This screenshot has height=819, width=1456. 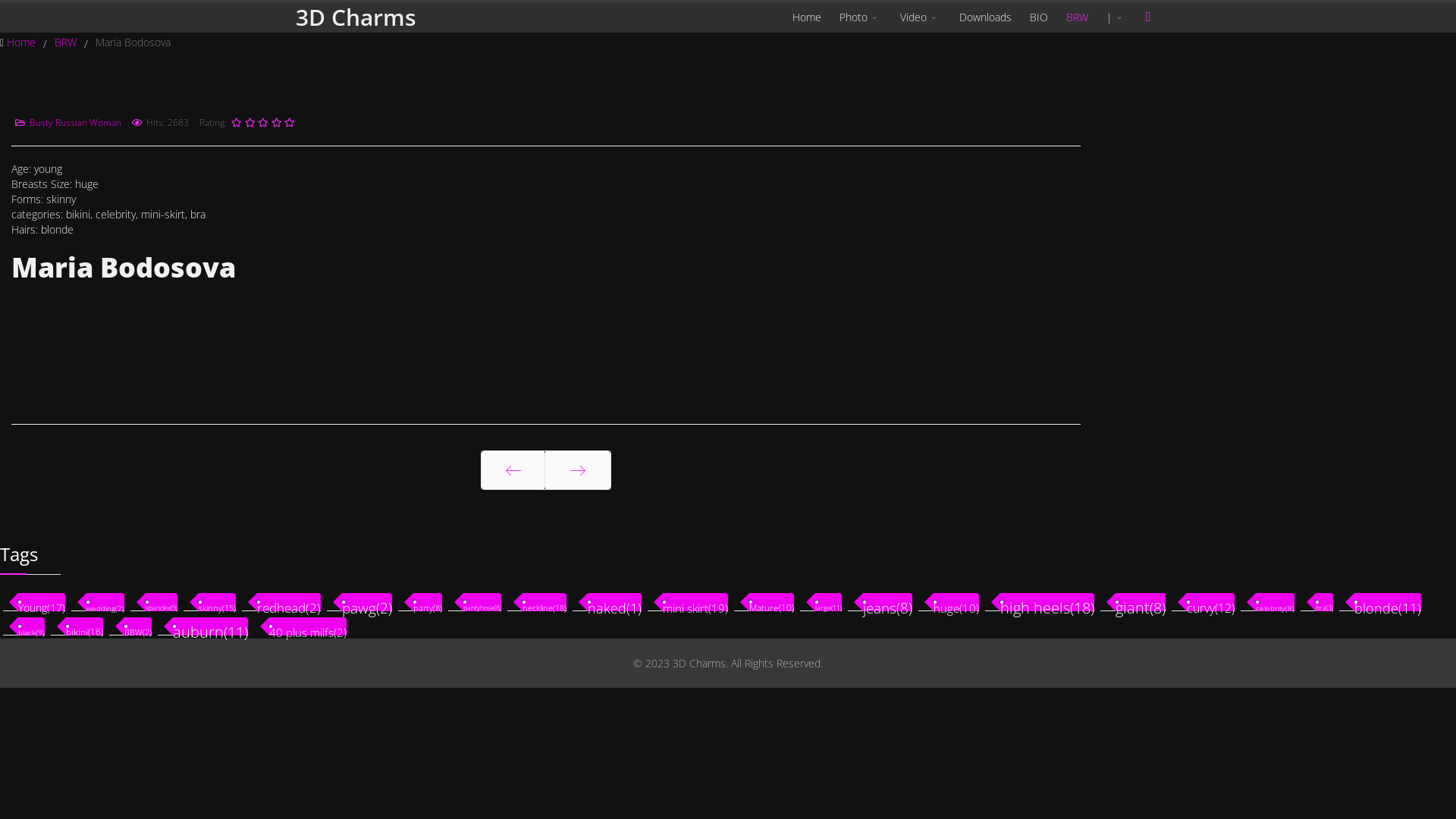 What do you see at coordinates (1140, 601) in the screenshot?
I see `'giant(8)'` at bounding box center [1140, 601].